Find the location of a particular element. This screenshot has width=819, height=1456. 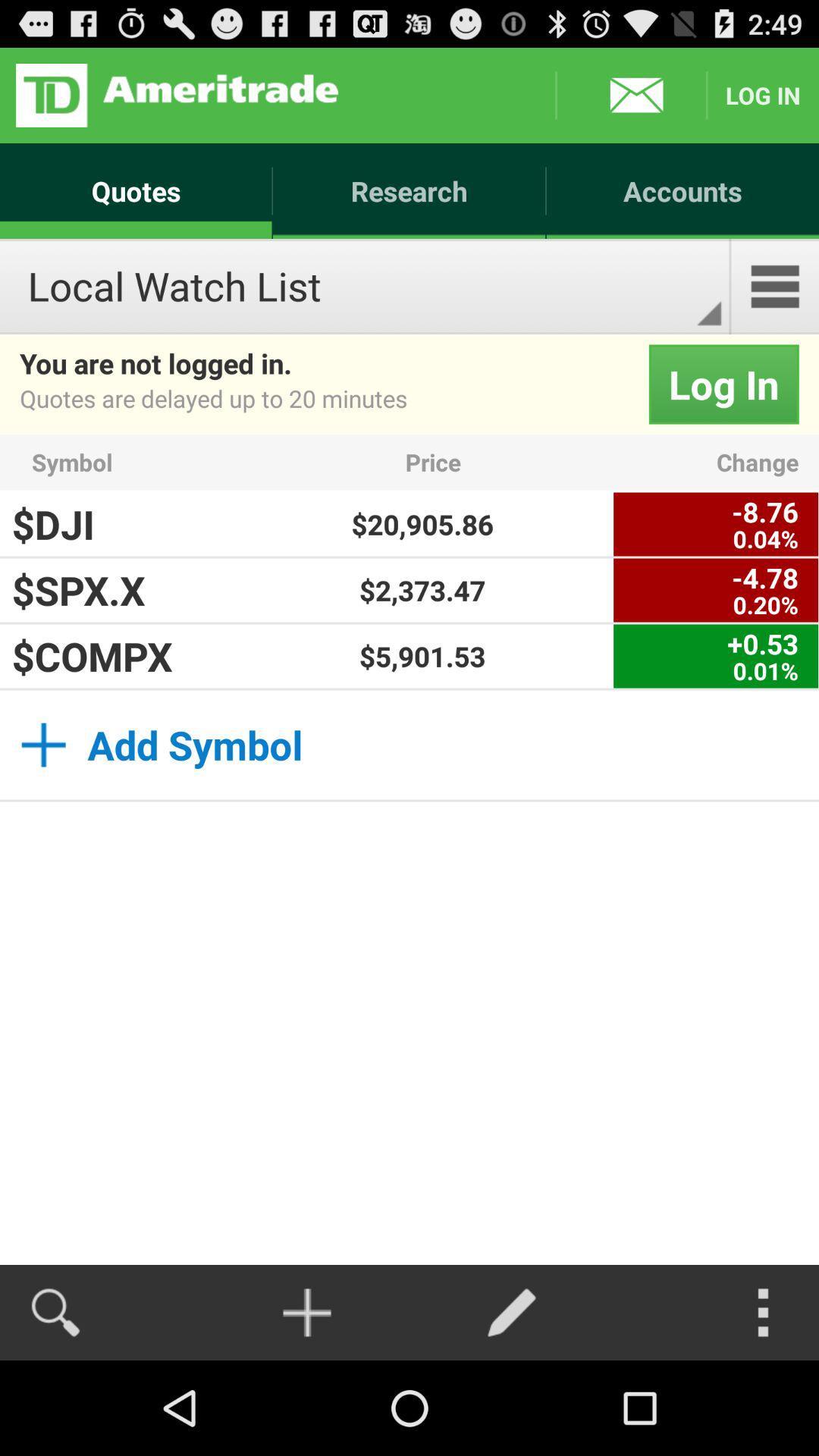

$20,905.86 app is located at coordinates (422, 524).